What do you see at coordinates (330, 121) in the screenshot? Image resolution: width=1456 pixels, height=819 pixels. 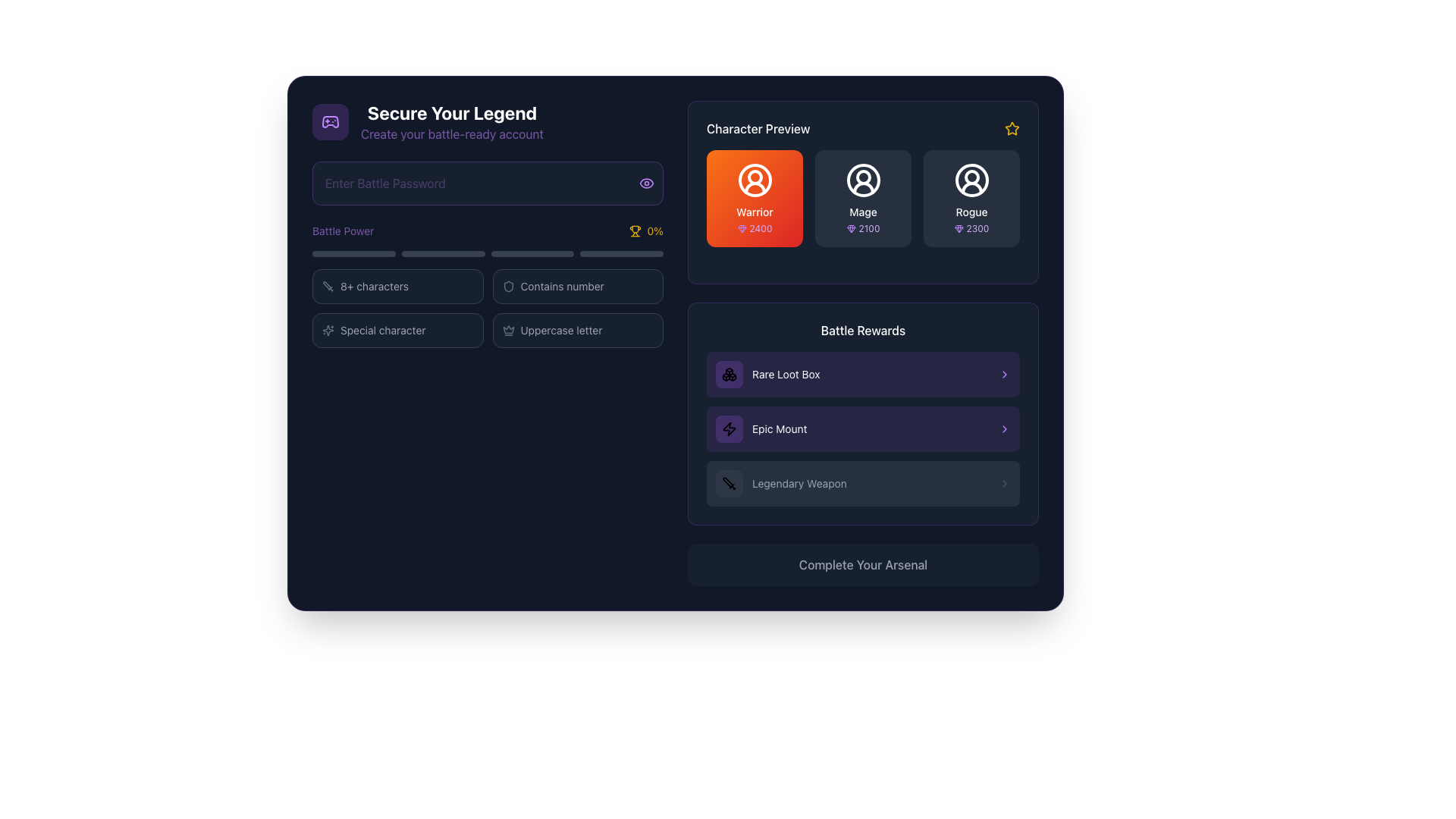 I see `the purple gamepad-like icon located in the 'Secure Your Legend' section, which features a cross-shaped directional pad and a circular button` at bounding box center [330, 121].